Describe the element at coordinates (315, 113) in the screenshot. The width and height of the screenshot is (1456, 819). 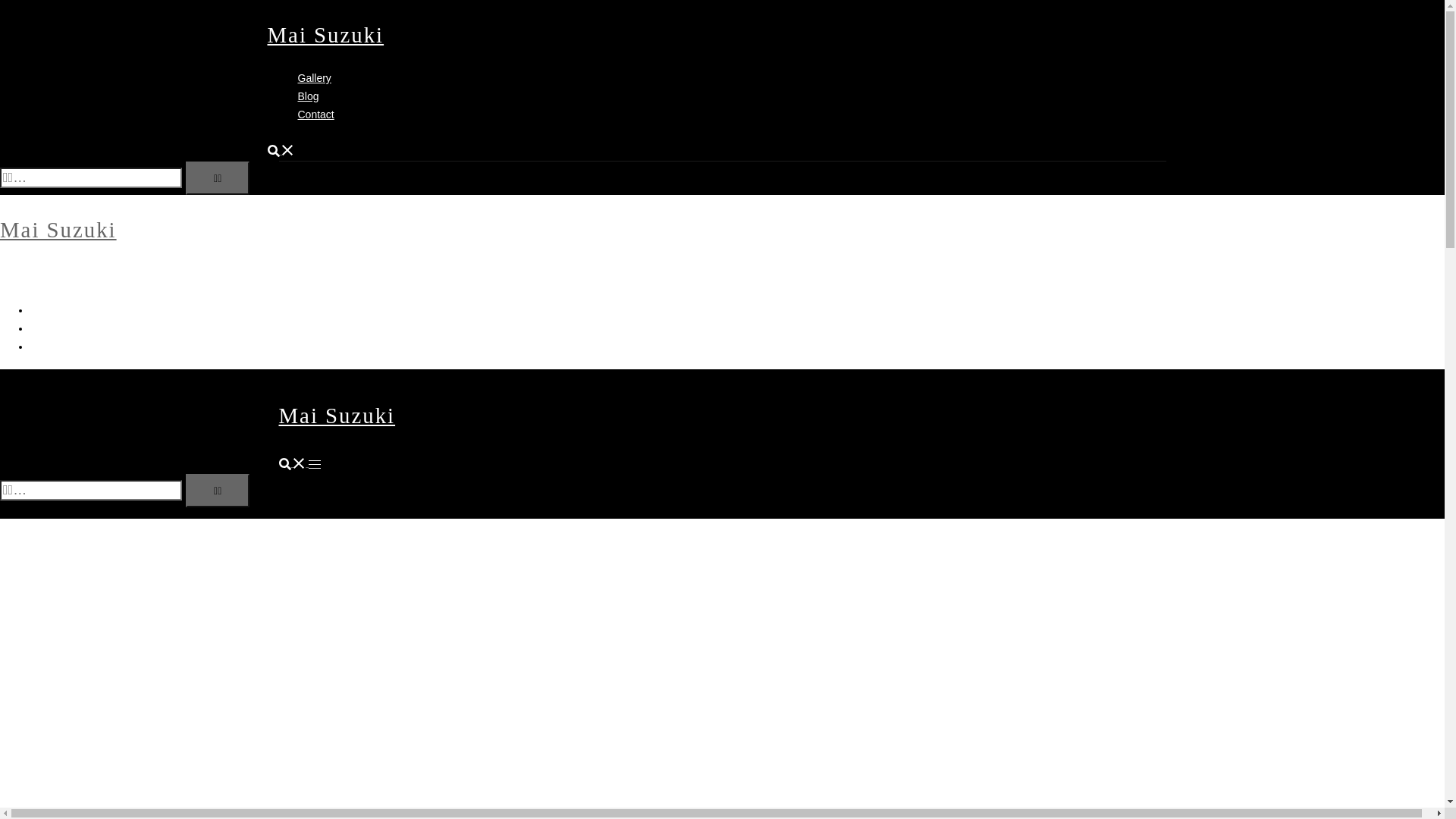
I see `'Contact'` at that location.